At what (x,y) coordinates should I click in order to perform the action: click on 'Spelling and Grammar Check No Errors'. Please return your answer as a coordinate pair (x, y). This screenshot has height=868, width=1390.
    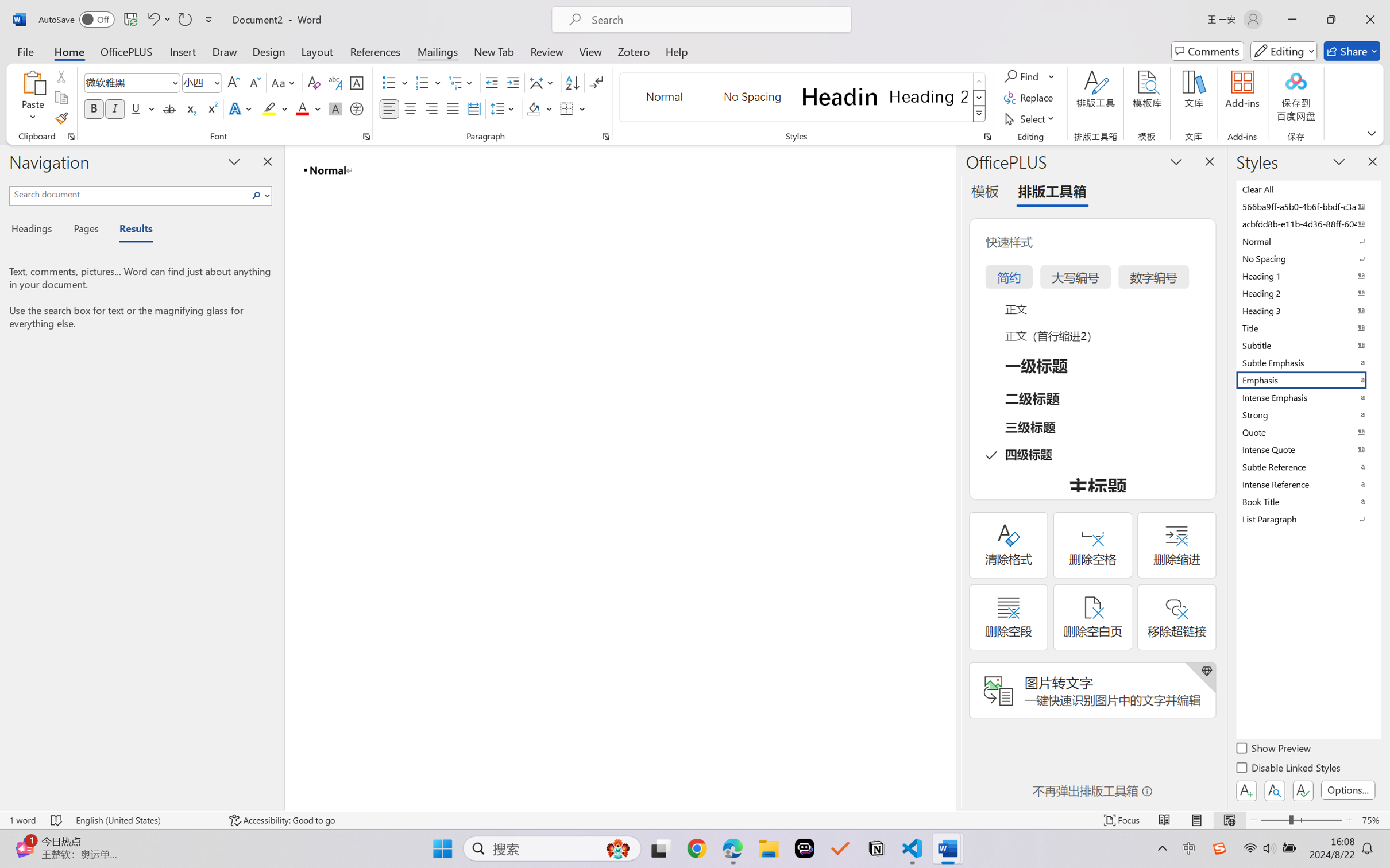
    Looking at the image, I should click on (56, 820).